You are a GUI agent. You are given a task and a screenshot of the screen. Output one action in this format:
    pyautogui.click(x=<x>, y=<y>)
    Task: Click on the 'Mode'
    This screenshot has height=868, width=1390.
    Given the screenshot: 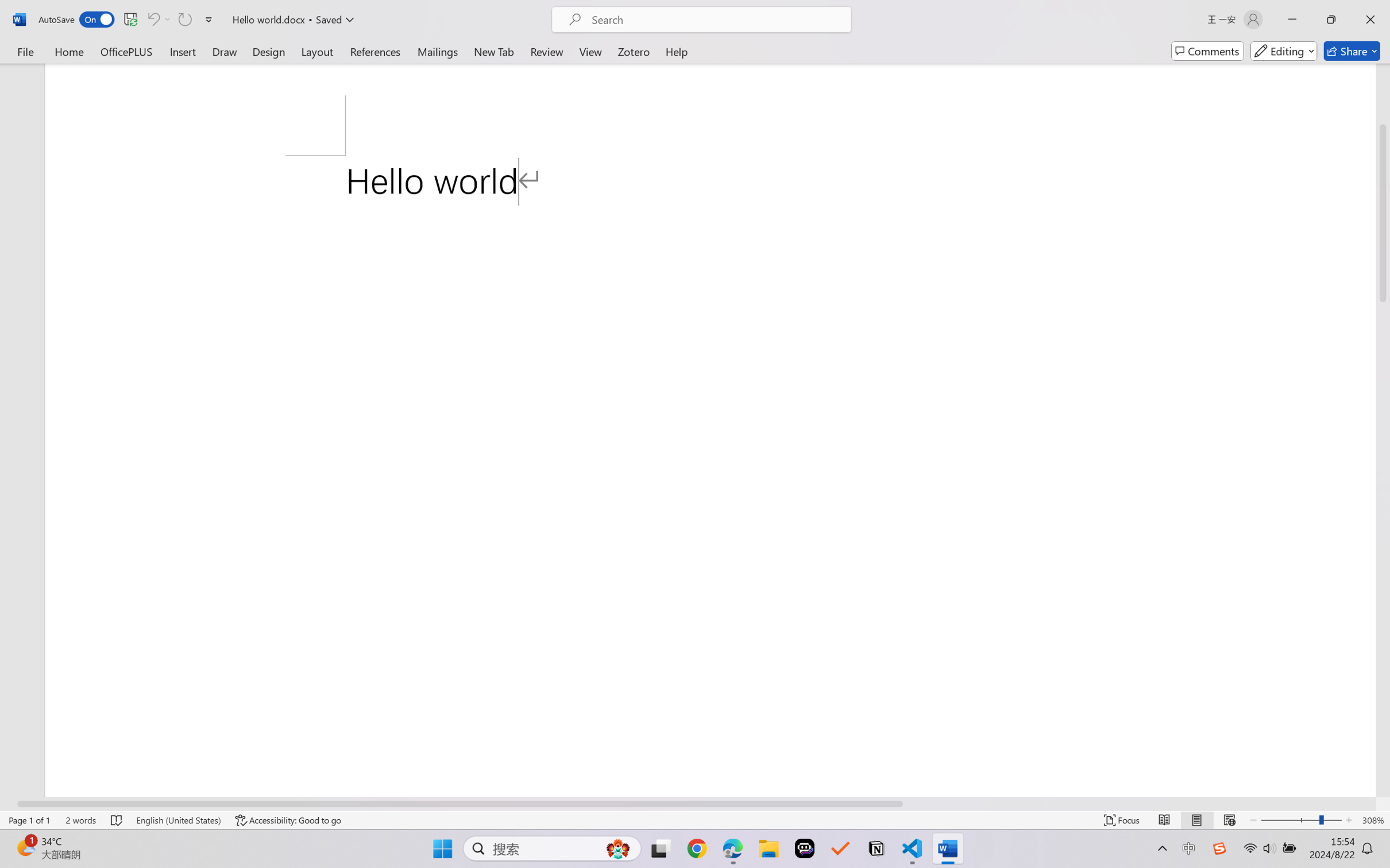 What is the action you would take?
    pyautogui.click(x=1284, y=51)
    